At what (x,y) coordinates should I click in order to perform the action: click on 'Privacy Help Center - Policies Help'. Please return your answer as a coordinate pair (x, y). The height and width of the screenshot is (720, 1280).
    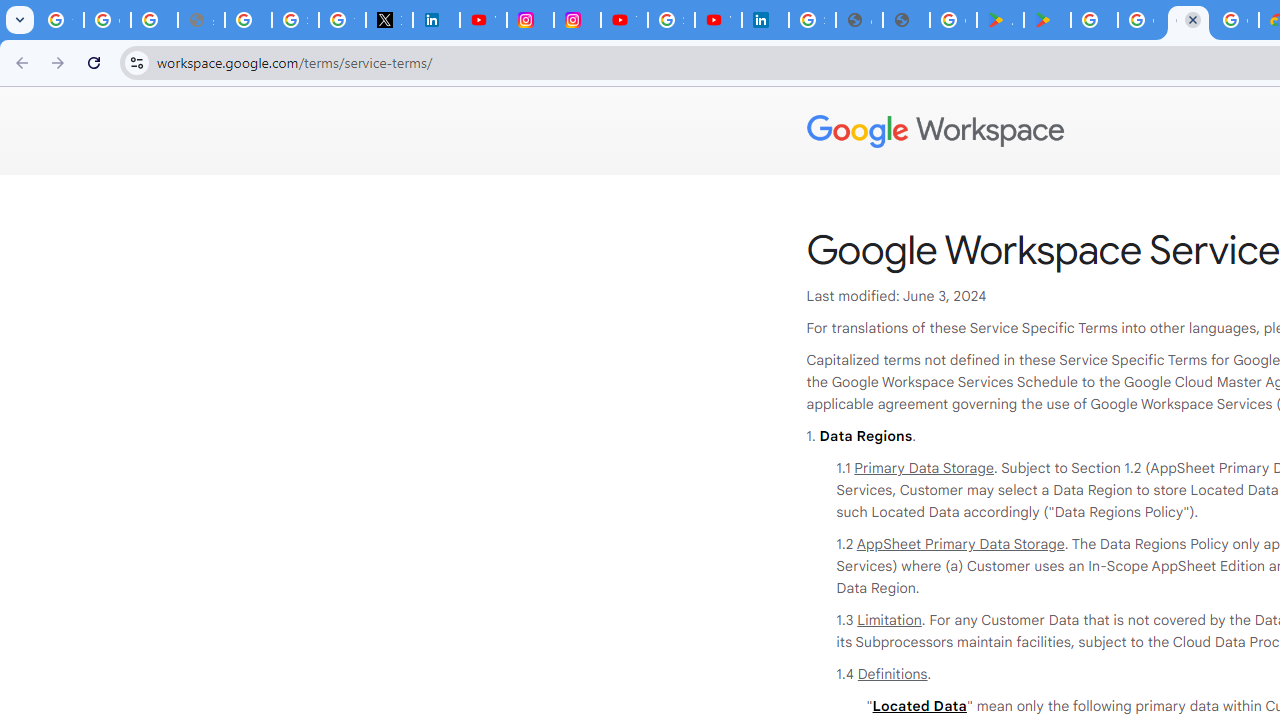
    Looking at the image, I should click on (247, 20).